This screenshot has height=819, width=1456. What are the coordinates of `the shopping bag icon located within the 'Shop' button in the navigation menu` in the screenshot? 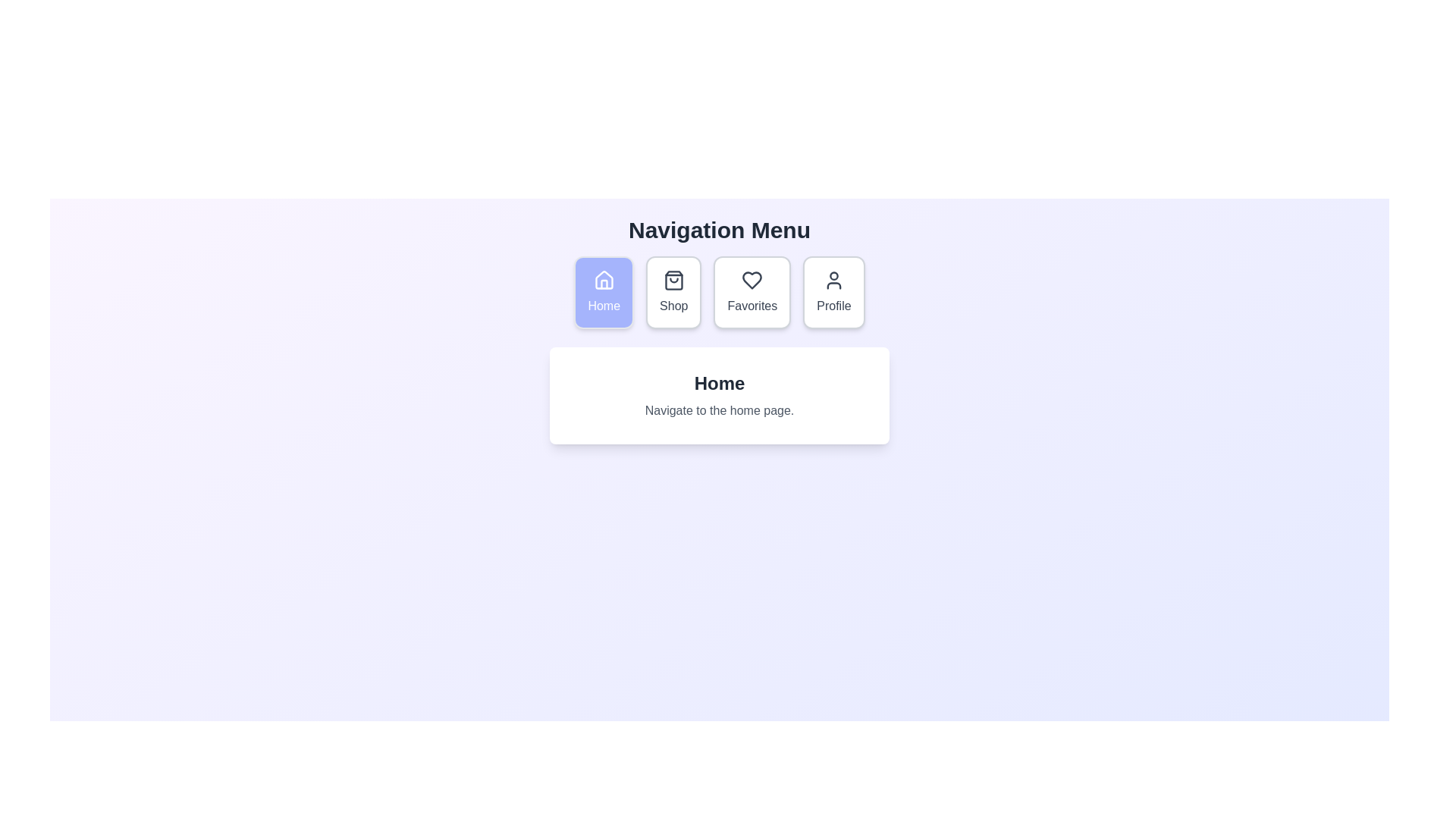 It's located at (673, 281).